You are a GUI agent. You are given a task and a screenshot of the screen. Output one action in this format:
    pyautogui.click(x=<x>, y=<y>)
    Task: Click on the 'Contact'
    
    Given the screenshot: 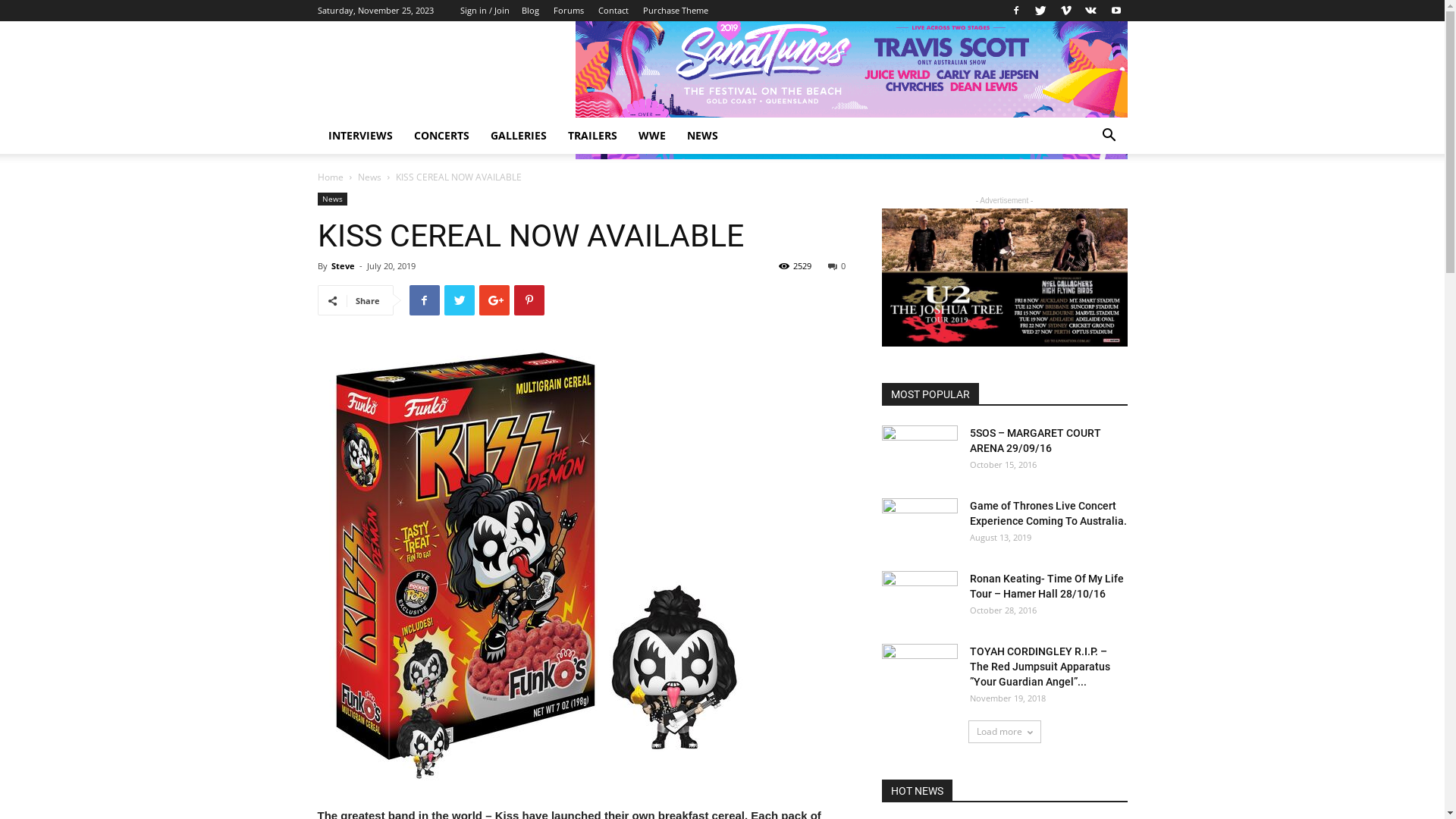 What is the action you would take?
    pyautogui.click(x=612, y=10)
    